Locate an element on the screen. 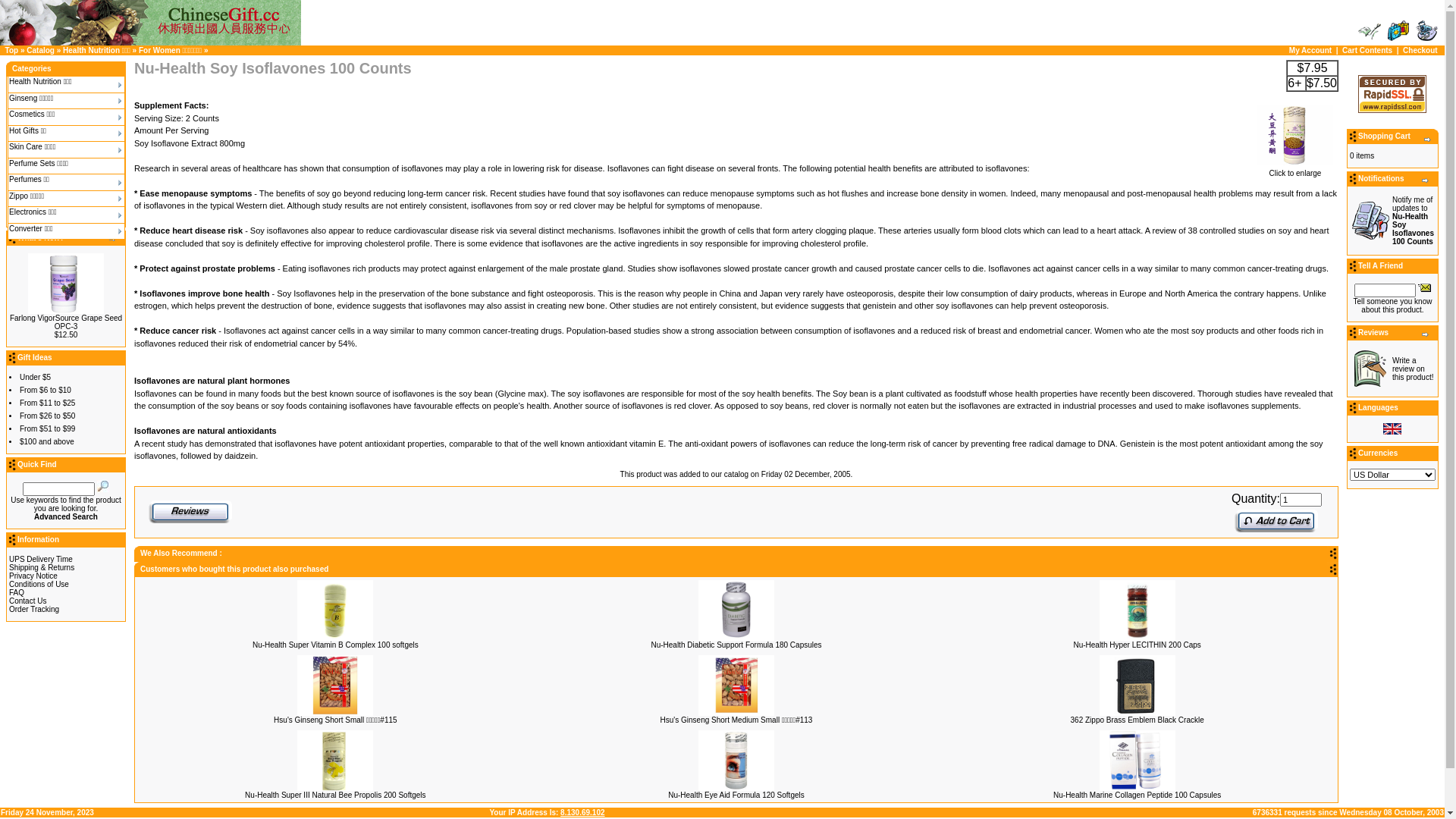  'Nu-Health Super Vitamin B Complex 100 softgels' is located at coordinates (334, 644).